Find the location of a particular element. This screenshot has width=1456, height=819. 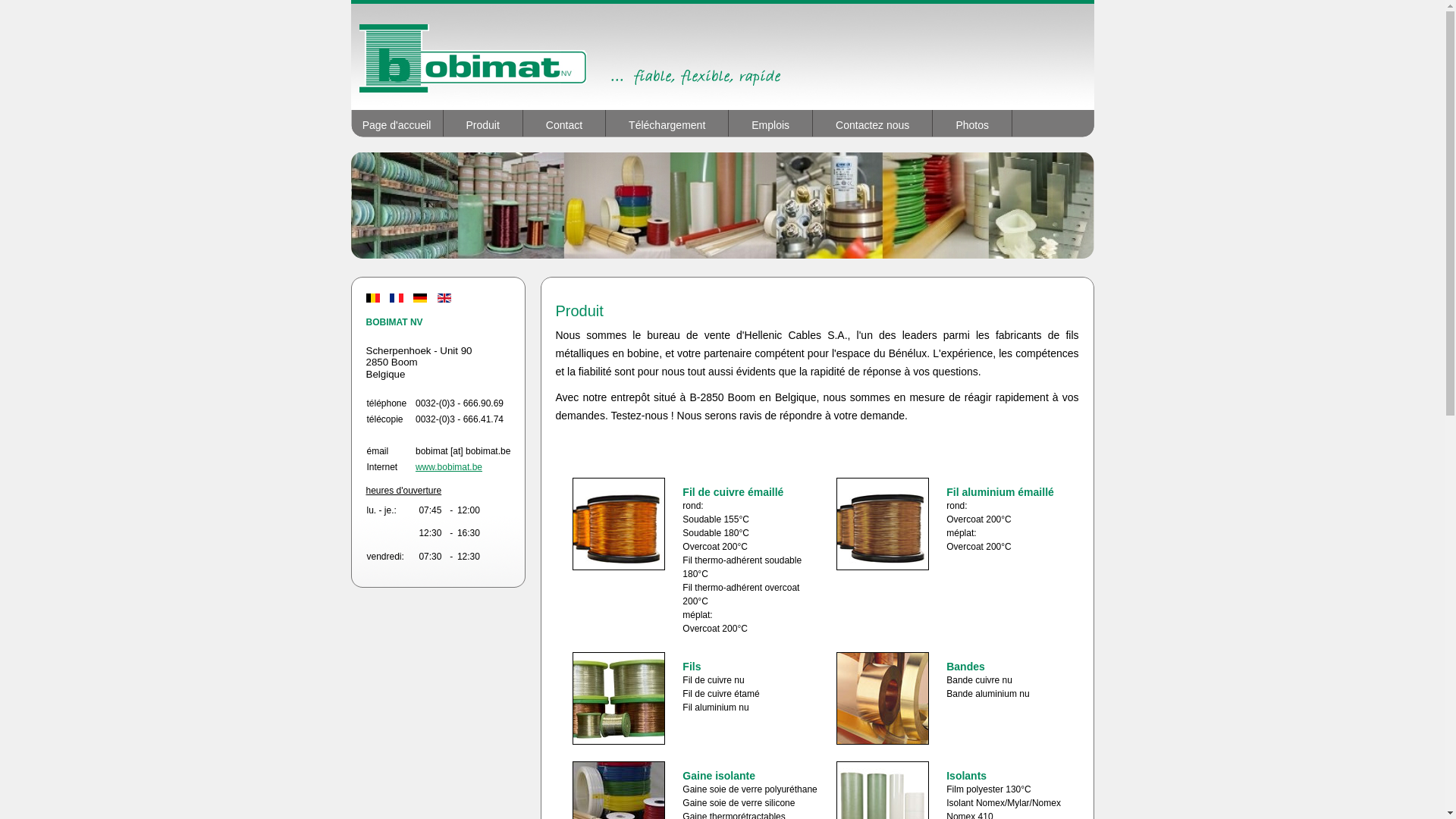

'Photos' is located at coordinates (972, 122).